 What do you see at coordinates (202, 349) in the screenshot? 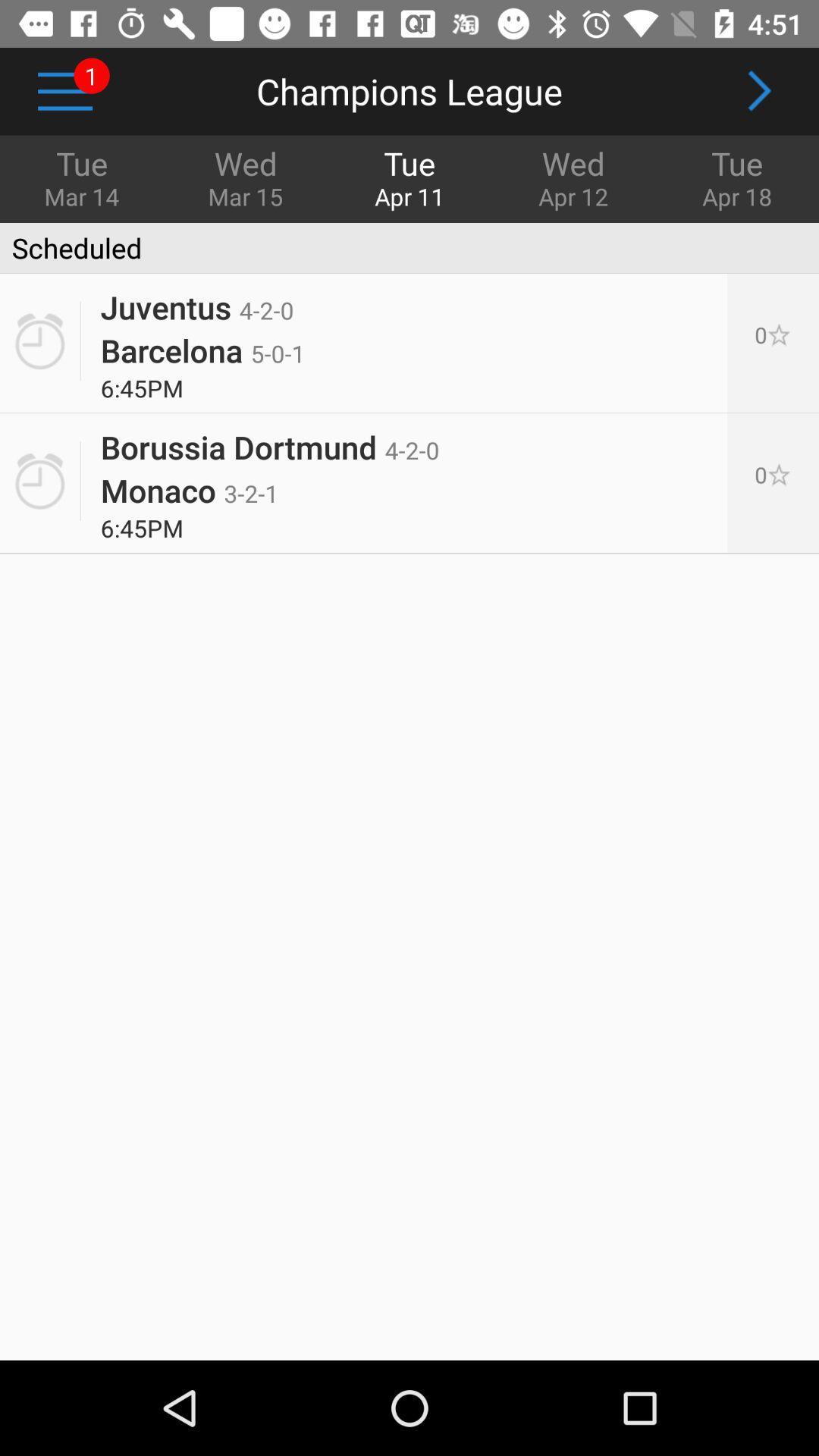
I see `icon to the left of the 0[p] icon` at bounding box center [202, 349].